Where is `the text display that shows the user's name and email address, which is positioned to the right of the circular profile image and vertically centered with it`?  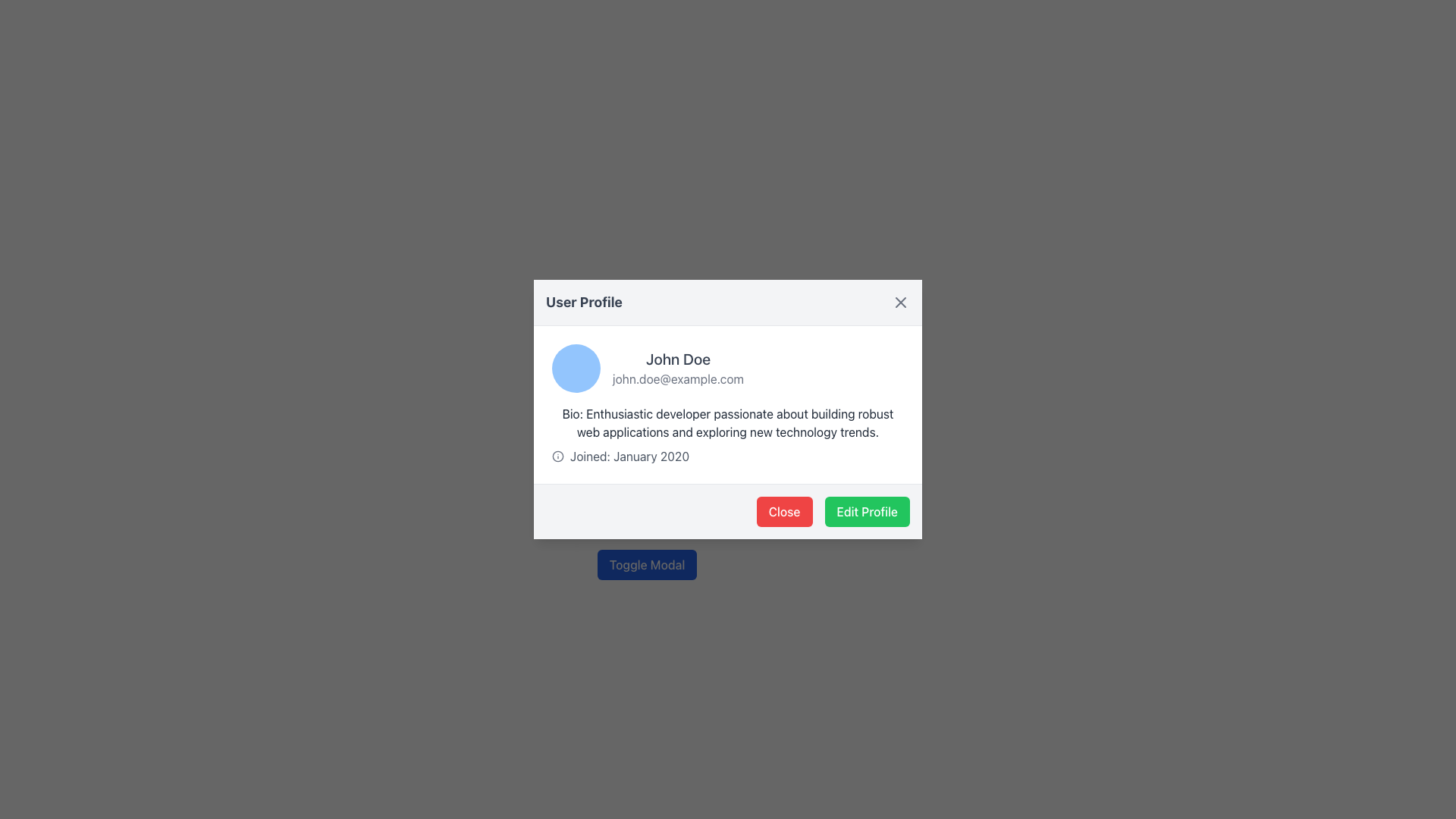
the text display that shows the user's name and email address, which is positioned to the right of the circular profile image and vertically centered with it is located at coordinates (677, 369).